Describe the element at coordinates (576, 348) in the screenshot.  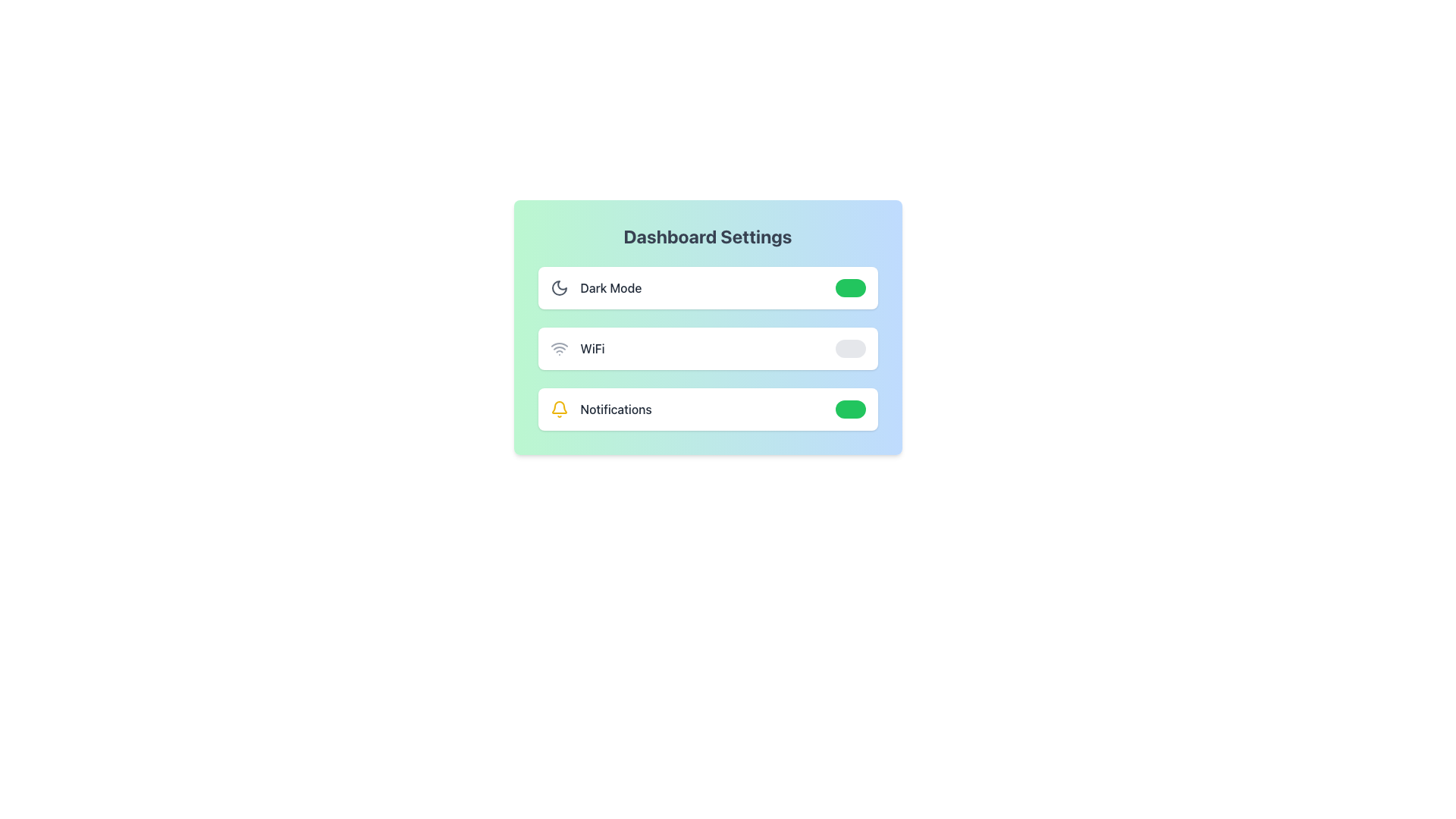
I see `label text of the WiFi settings toggle option located in the second row of the 'Dashboard Settings' card, to the left of the toggle switch` at that location.